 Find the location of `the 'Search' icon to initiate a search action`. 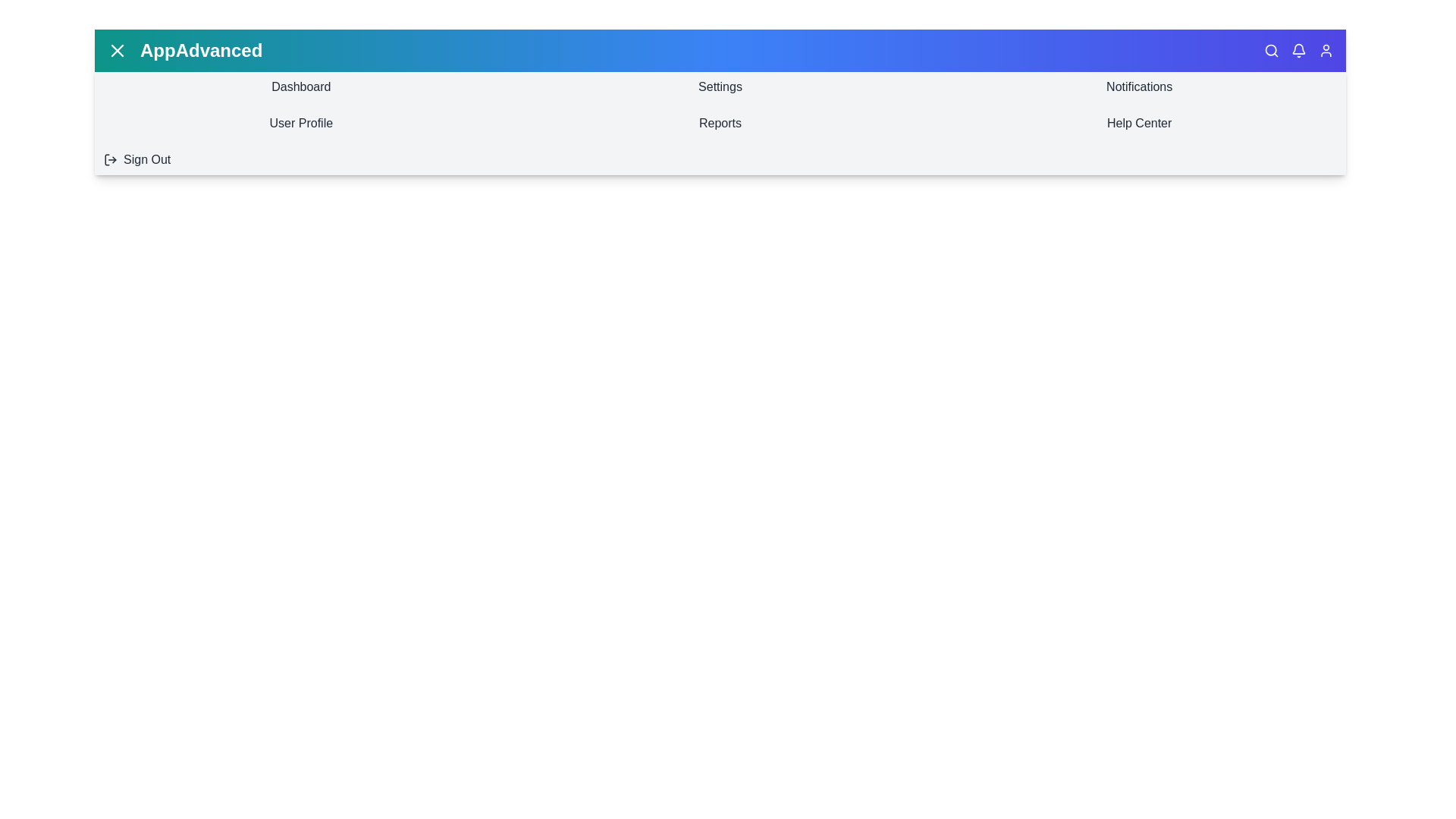

the 'Search' icon to initiate a search action is located at coordinates (1271, 49).